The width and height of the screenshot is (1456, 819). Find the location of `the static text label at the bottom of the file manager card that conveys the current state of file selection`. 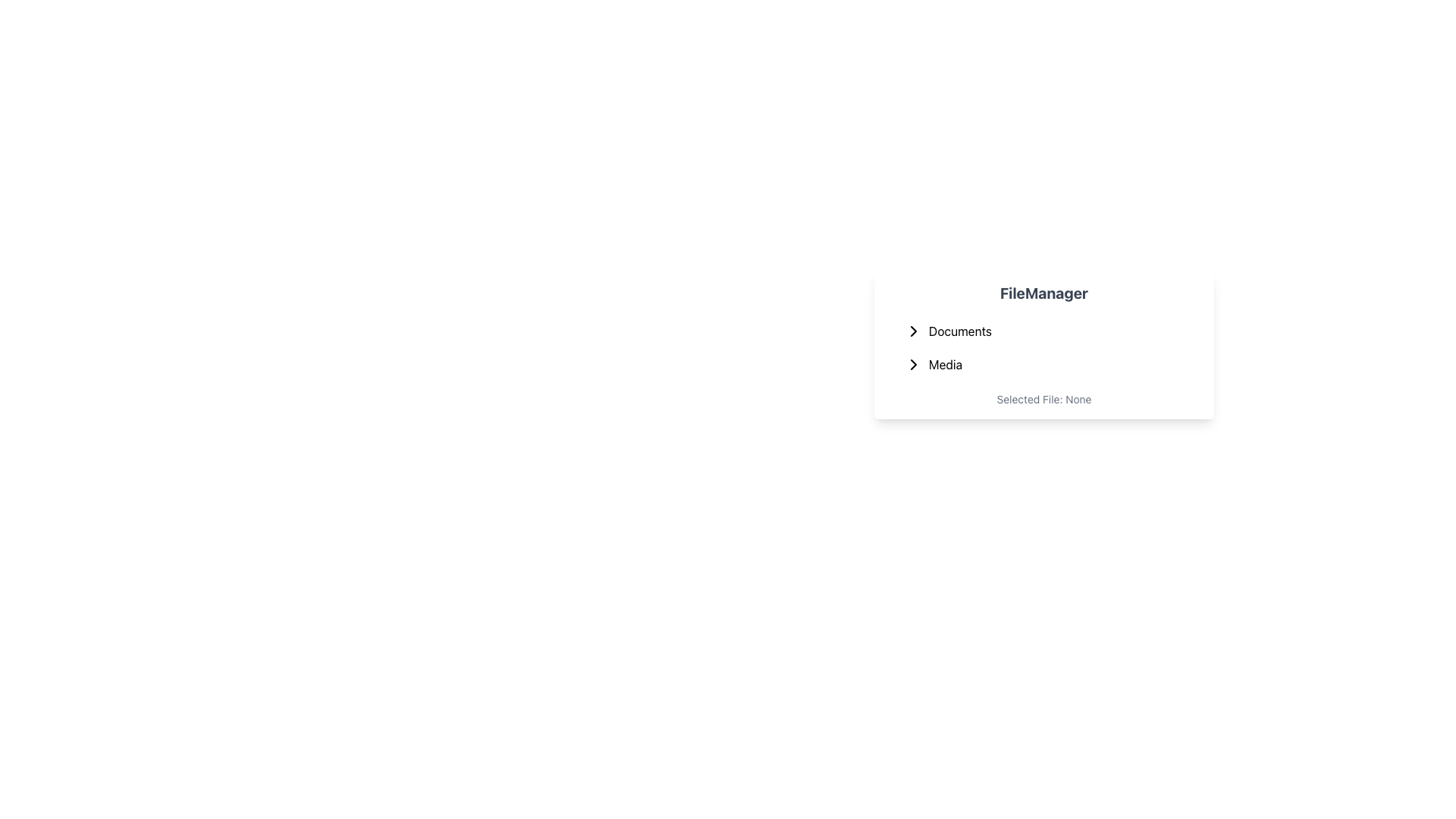

the static text label at the bottom of the file manager card that conveys the current state of file selection is located at coordinates (1043, 399).